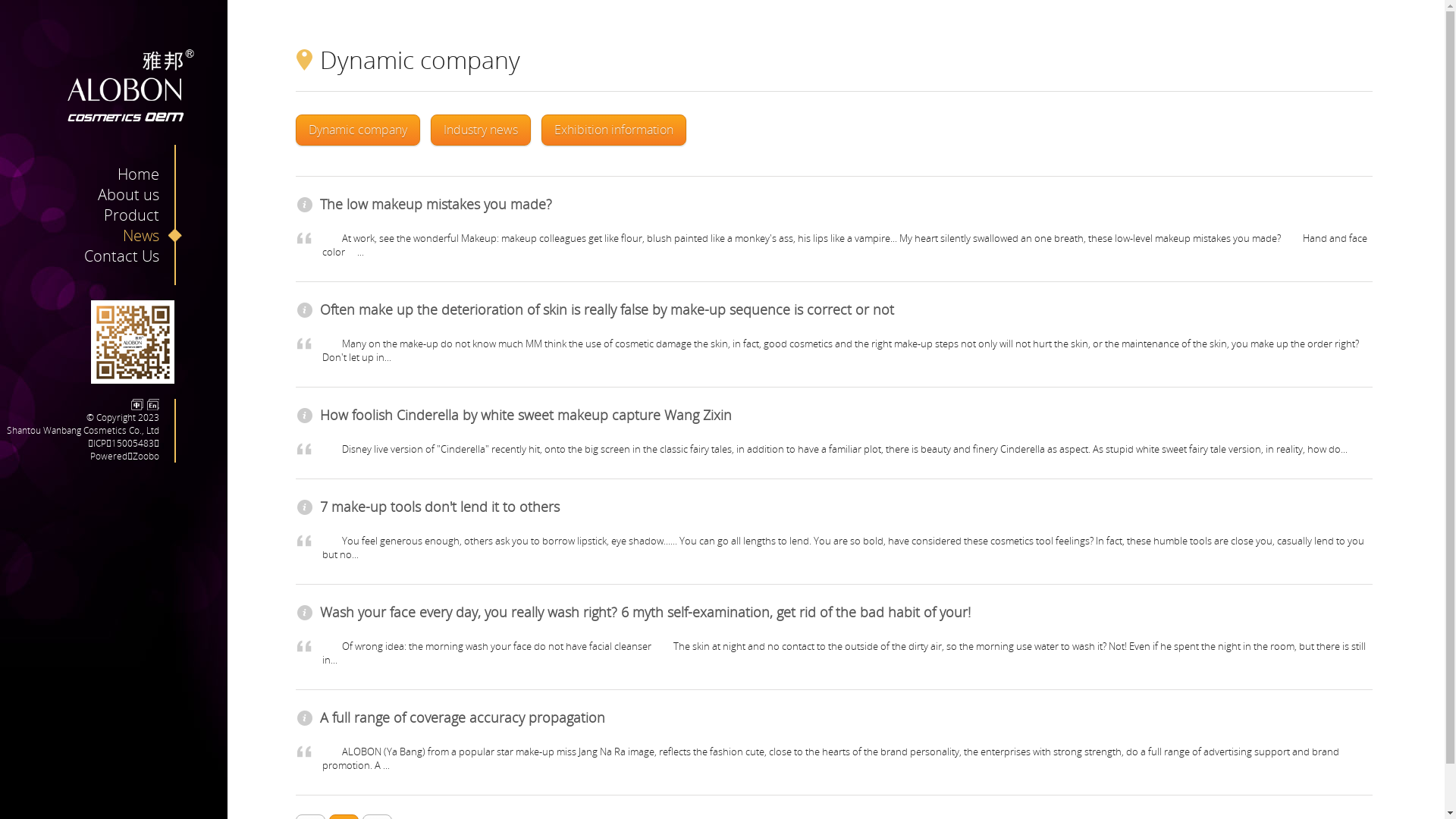 The image size is (1456, 819). I want to click on 'About us', so click(97, 193).